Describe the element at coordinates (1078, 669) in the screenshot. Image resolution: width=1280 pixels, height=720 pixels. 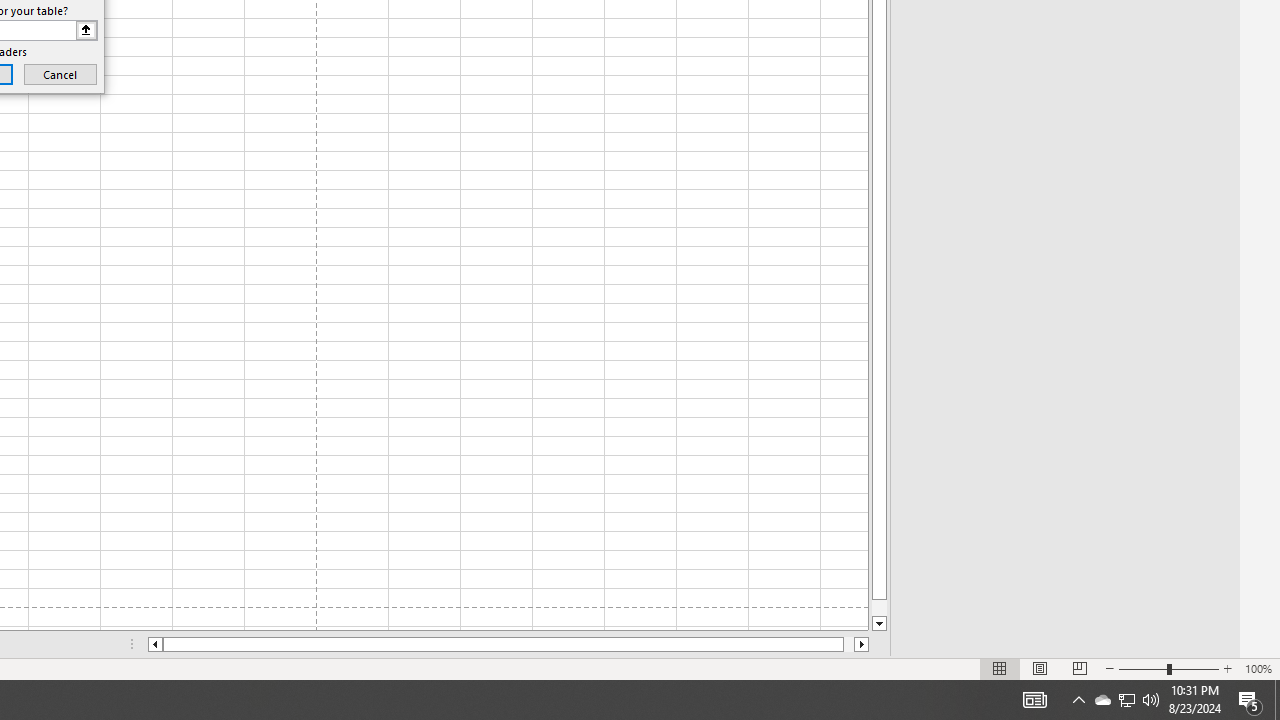
I see `'Page Break Preview'` at that location.